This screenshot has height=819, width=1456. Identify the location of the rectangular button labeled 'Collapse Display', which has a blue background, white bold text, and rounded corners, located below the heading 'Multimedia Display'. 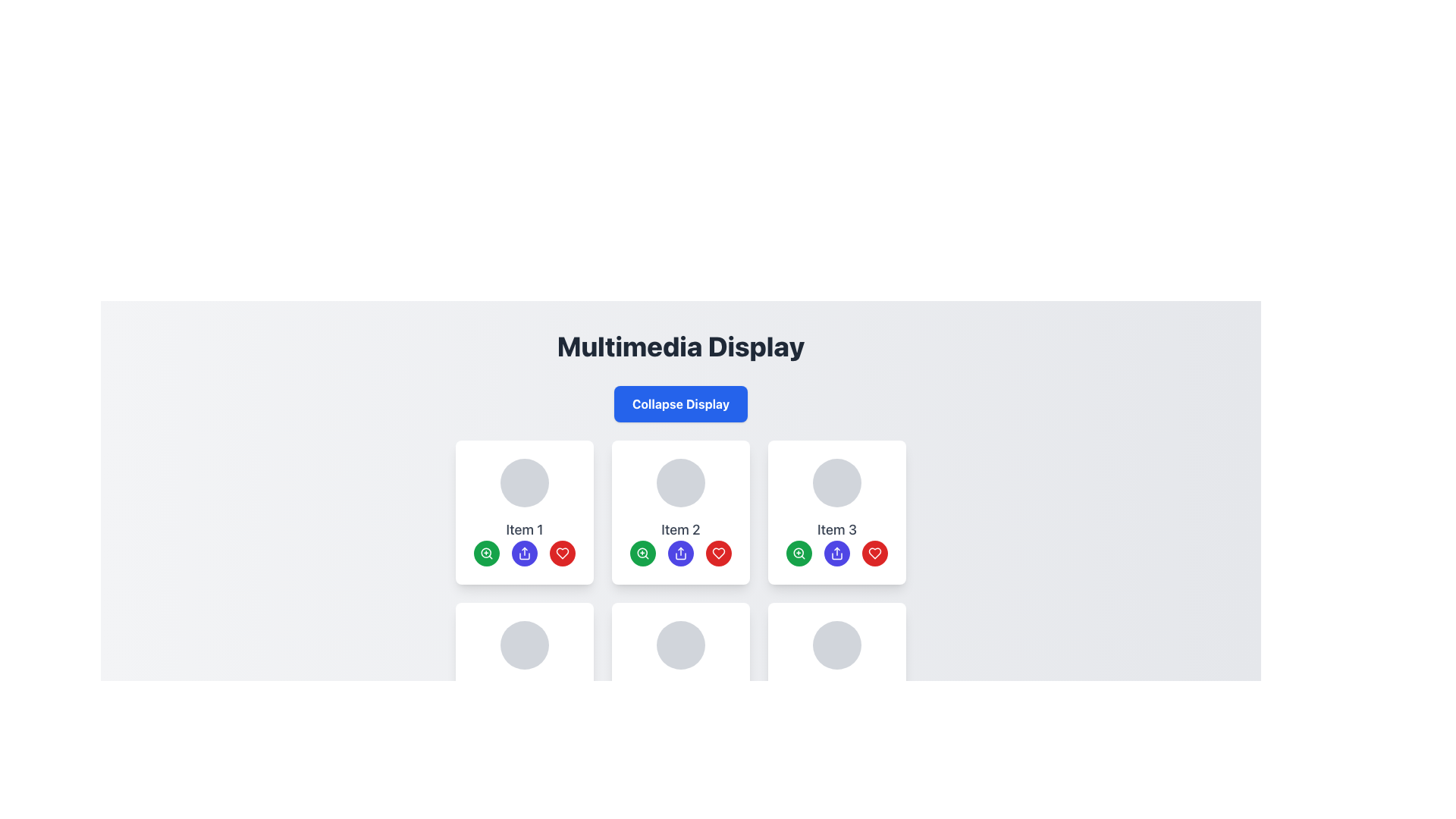
(679, 403).